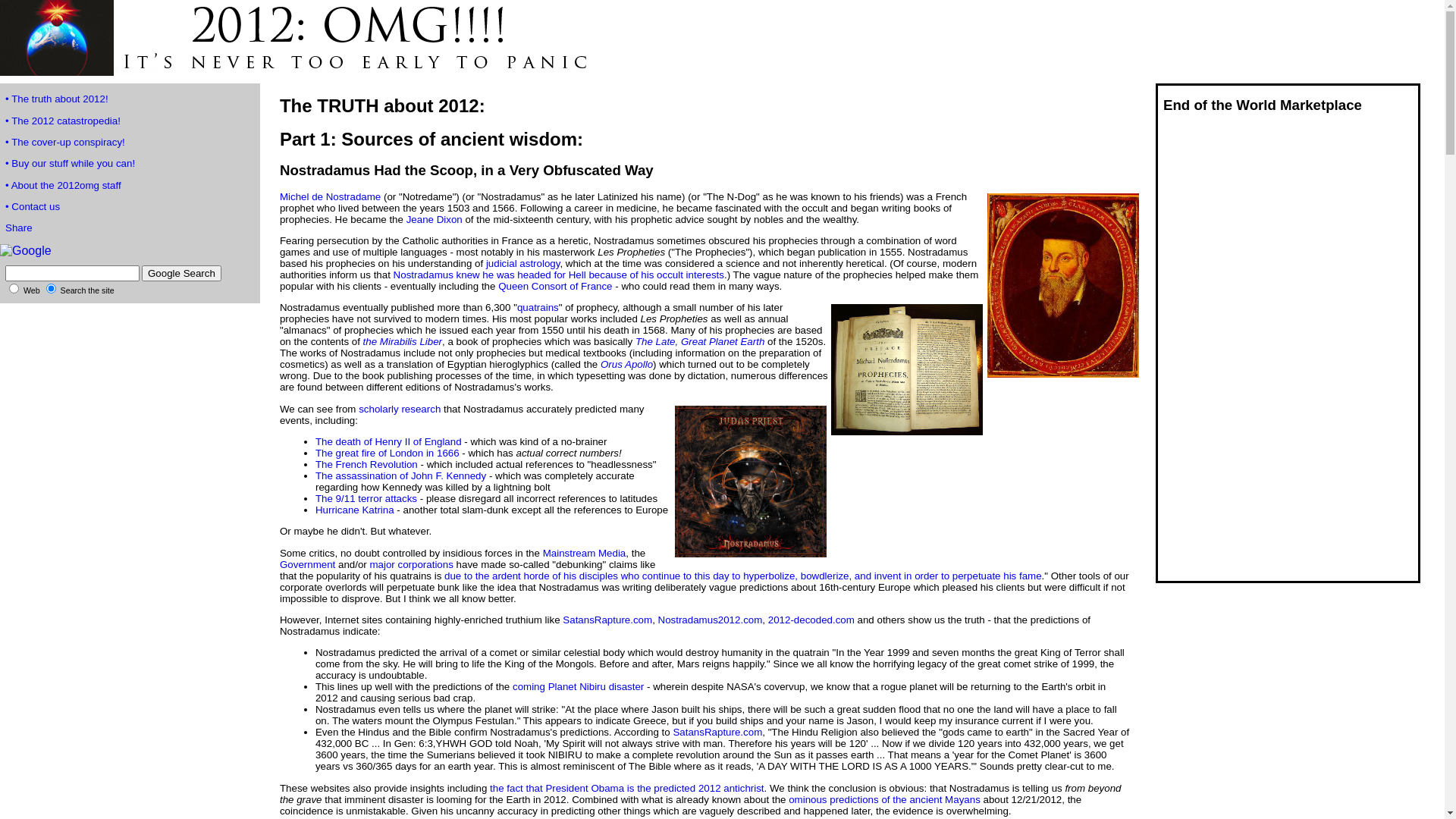 The width and height of the screenshot is (1456, 819). Describe the element at coordinates (486, 262) in the screenshot. I see `'judicial astrology'` at that location.